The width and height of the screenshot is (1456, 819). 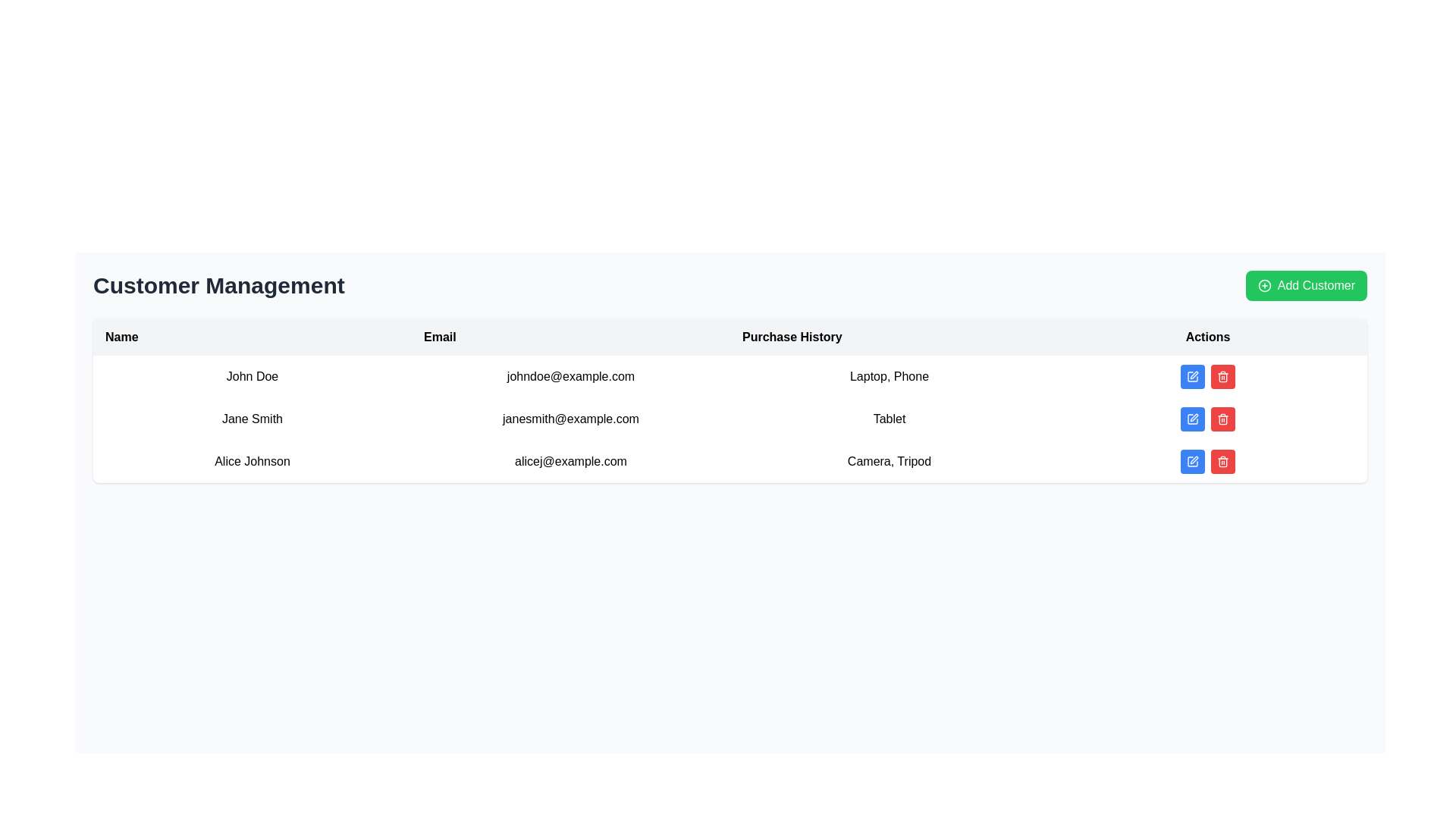 What do you see at coordinates (1193, 418) in the screenshot?
I see `the edit icon button located in the 'Actions' column of the table for the second row (Jane Smith)` at bounding box center [1193, 418].